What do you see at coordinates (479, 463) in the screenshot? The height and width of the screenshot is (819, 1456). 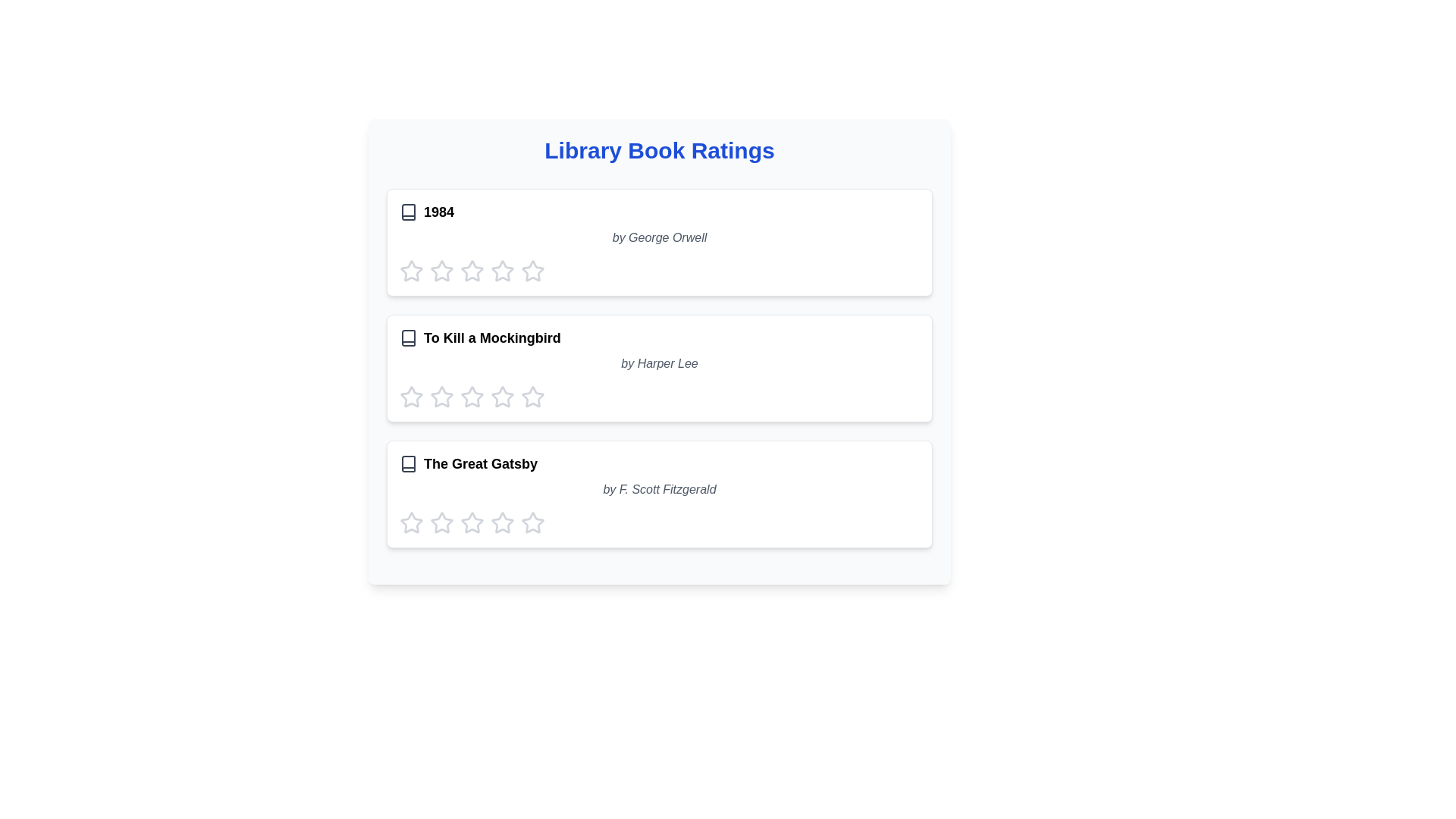 I see `the title of the book entry, which is the third element in a vertical list of book entries, providing a textual representation of the book` at bounding box center [479, 463].